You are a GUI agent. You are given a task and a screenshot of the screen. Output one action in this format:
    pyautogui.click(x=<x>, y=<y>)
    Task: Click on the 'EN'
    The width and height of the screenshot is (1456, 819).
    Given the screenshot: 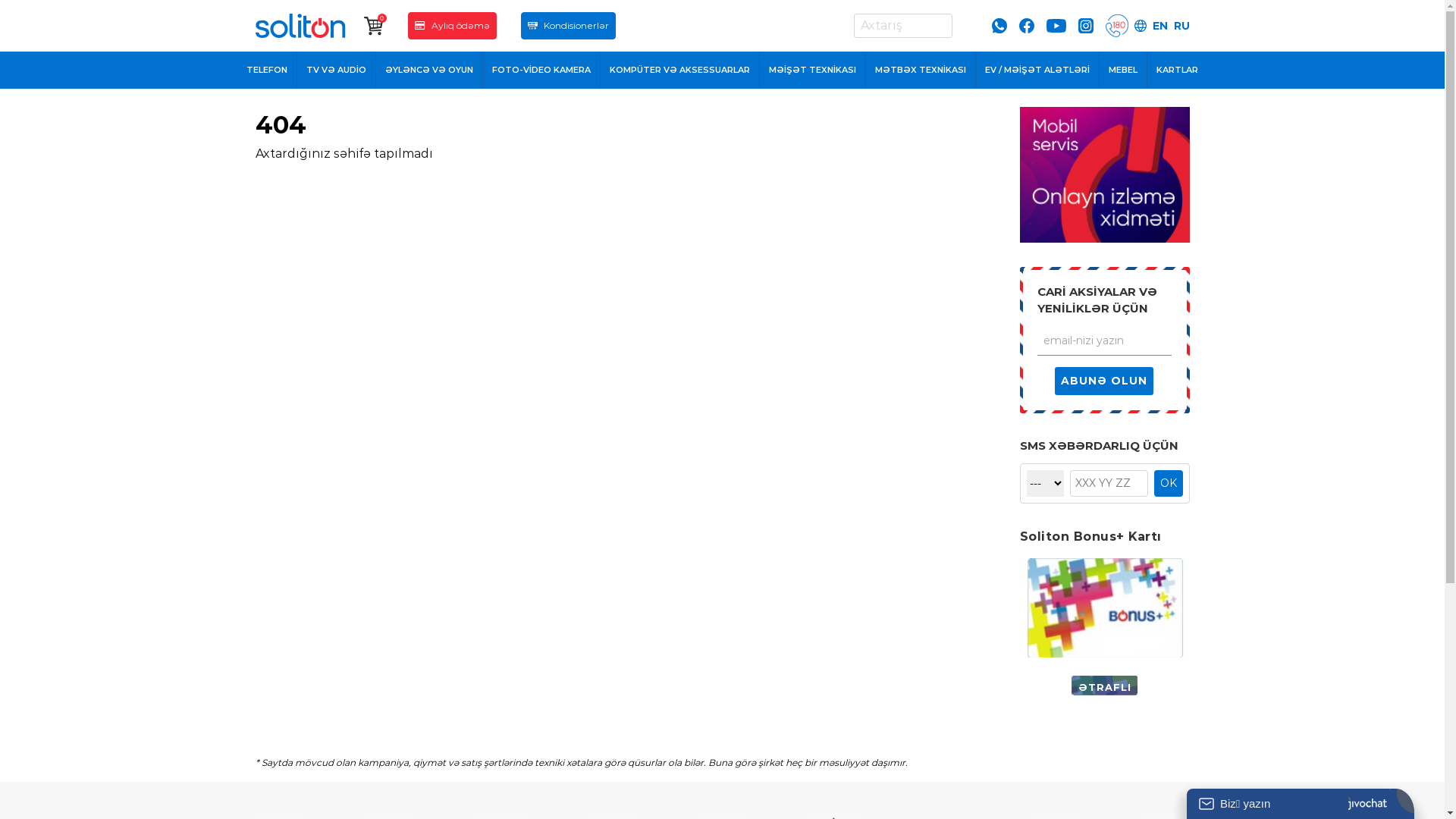 What is the action you would take?
    pyautogui.click(x=1159, y=26)
    